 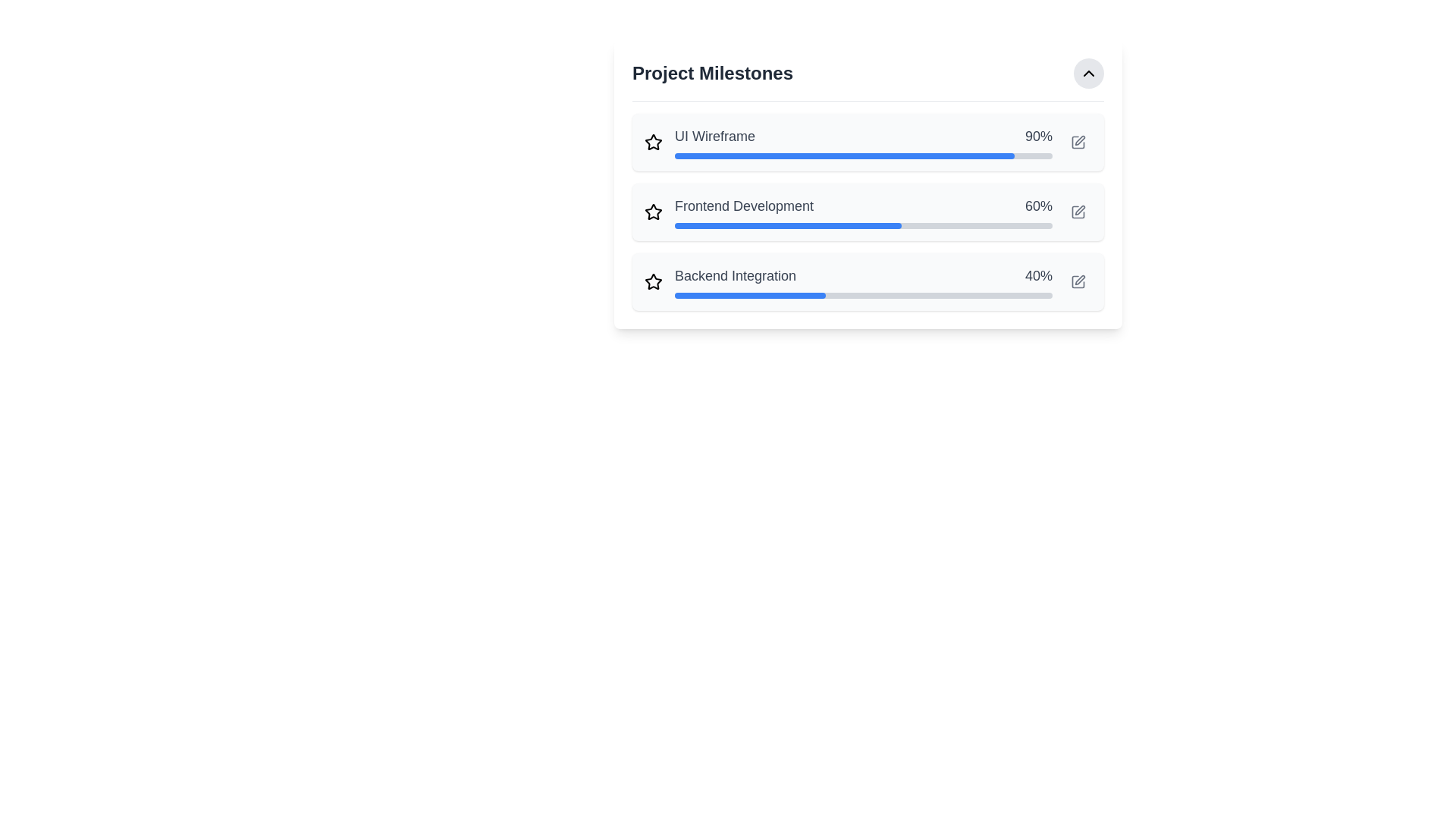 I want to click on the second horizontal progress bar, which is styled with a light gray base and a blue-filled portion indicating 60% completion, located below the 'Frontend Development' text, so click(x=863, y=225).